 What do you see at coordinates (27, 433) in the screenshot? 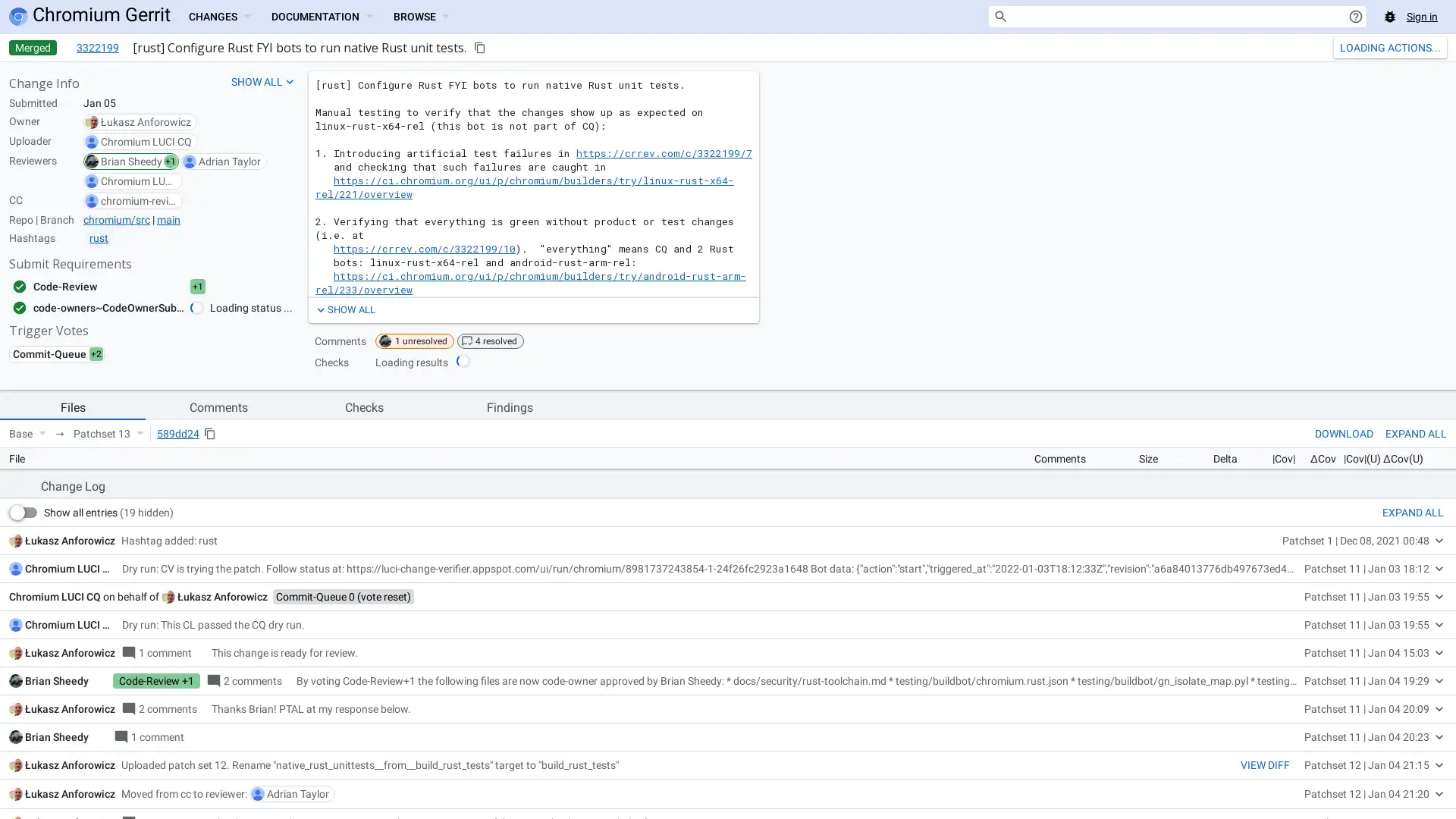
I see `Base` at bounding box center [27, 433].